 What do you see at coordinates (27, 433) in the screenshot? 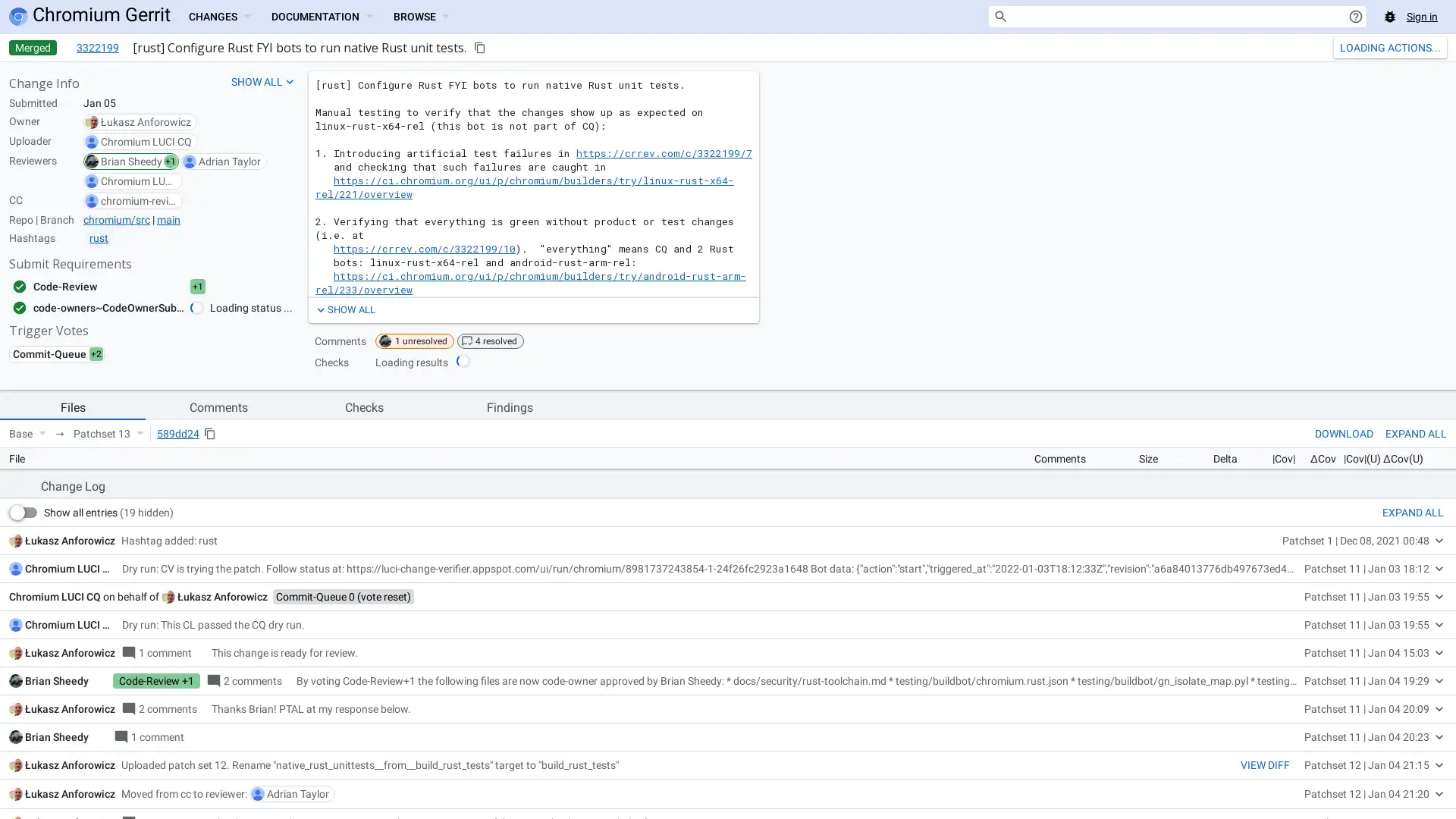
I see `Base` at bounding box center [27, 433].